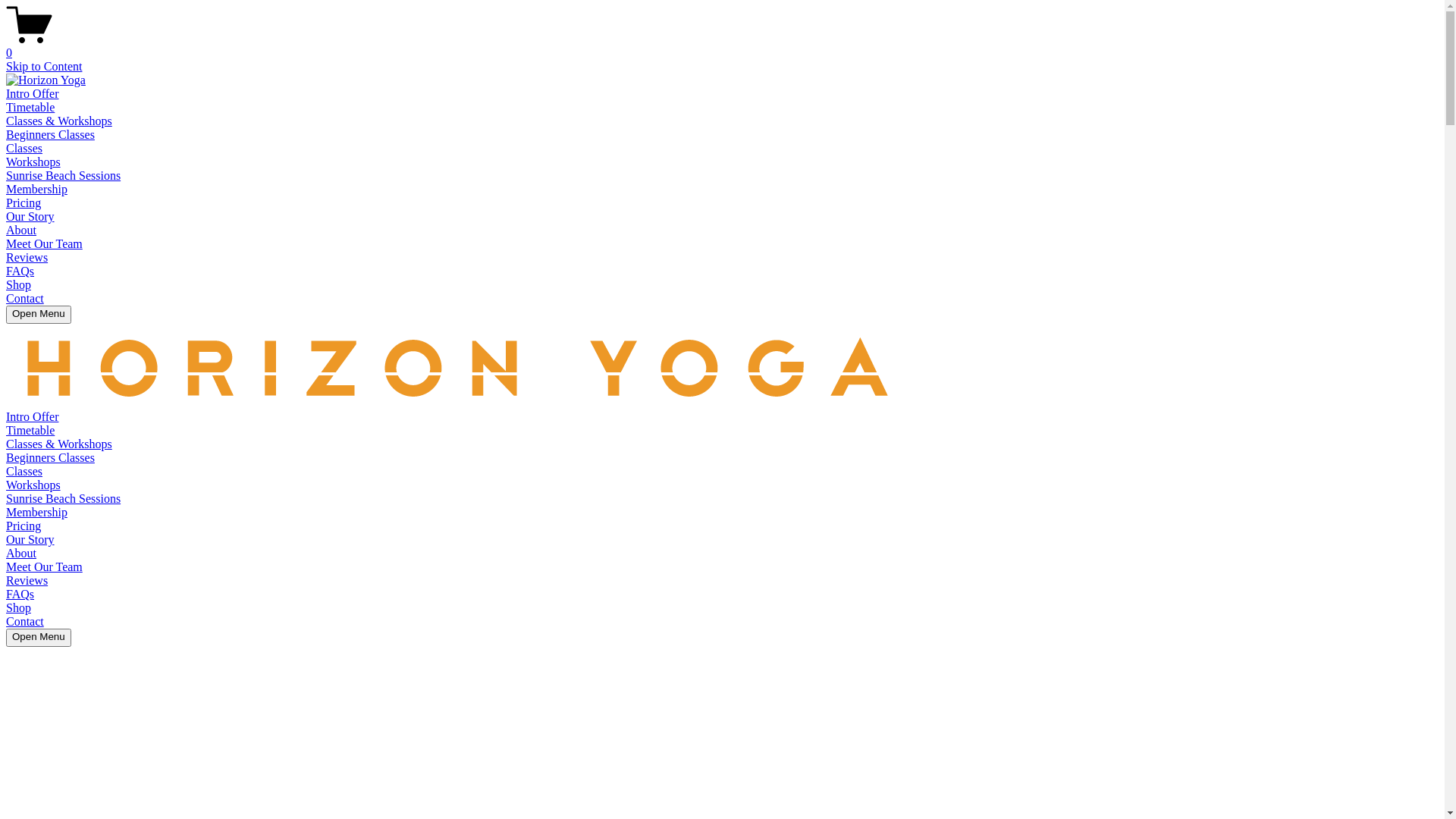 Image resolution: width=1456 pixels, height=819 pixels. I want to click on 'Shop', so click(18, 284).